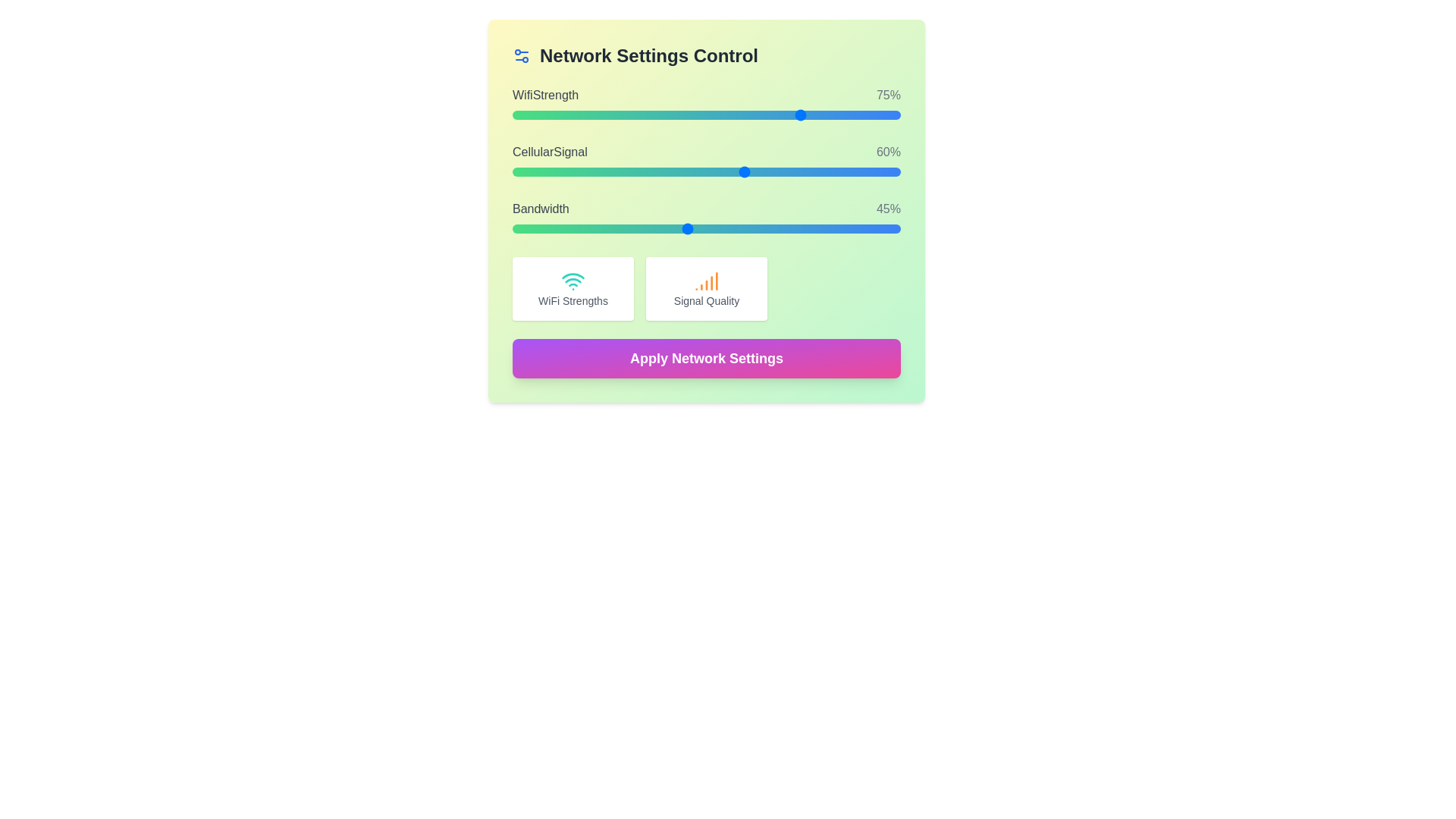 The image size is (1456, 819). Describe the element at coordinates (572, 289) in the screenshot. I see `information from the Informational Card displaying 'WiFi Strengths', which is the first card in a grid below the sliders and has a teal WiFi icon at the top` at that location.